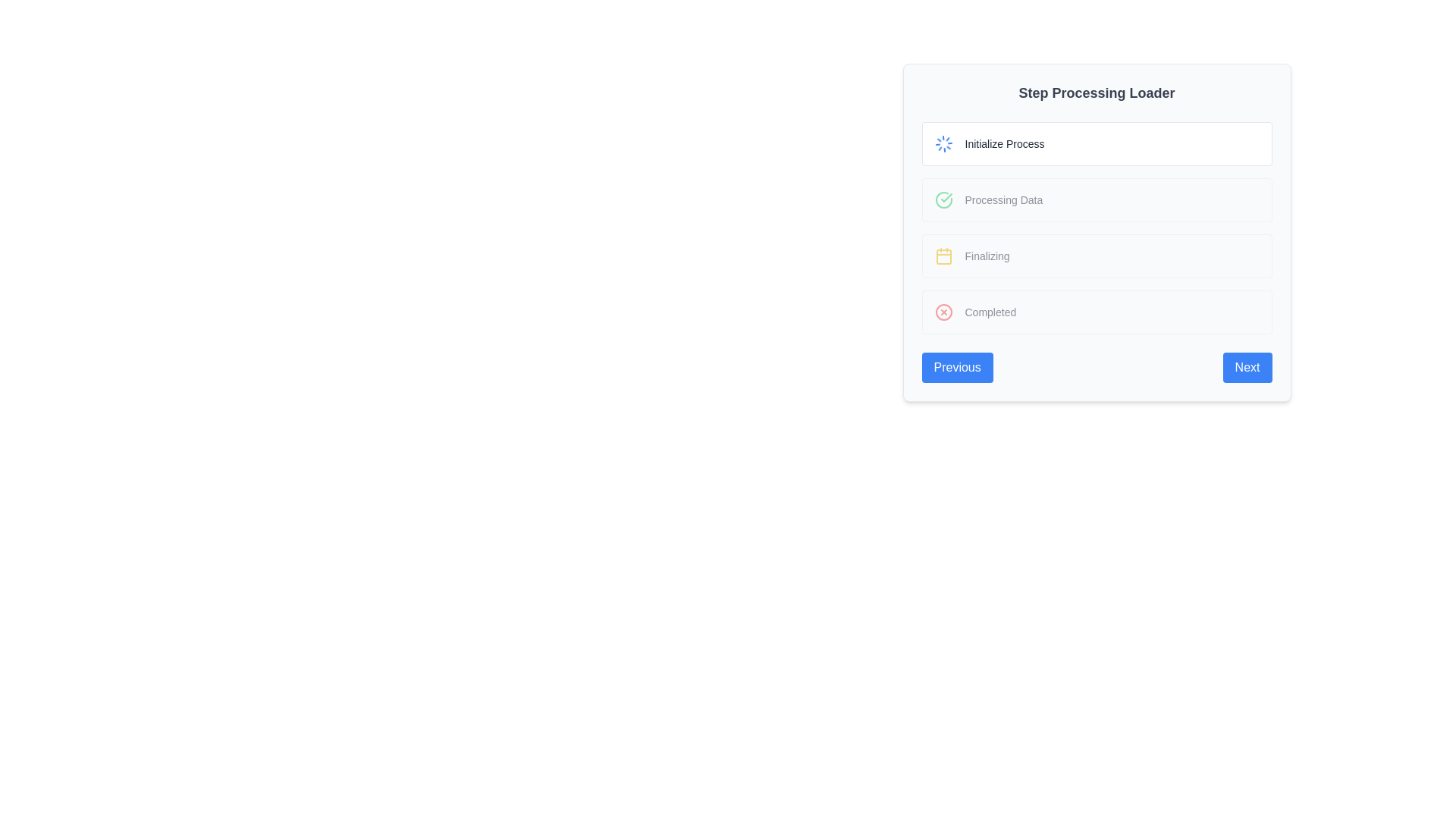  Describe the element at coordinates (1003, 199) in the screenshot. I see `the Text Label that indicates the current status of a process, specifically showing that data processing is underway, located in the center-right section of the interface` at that location.